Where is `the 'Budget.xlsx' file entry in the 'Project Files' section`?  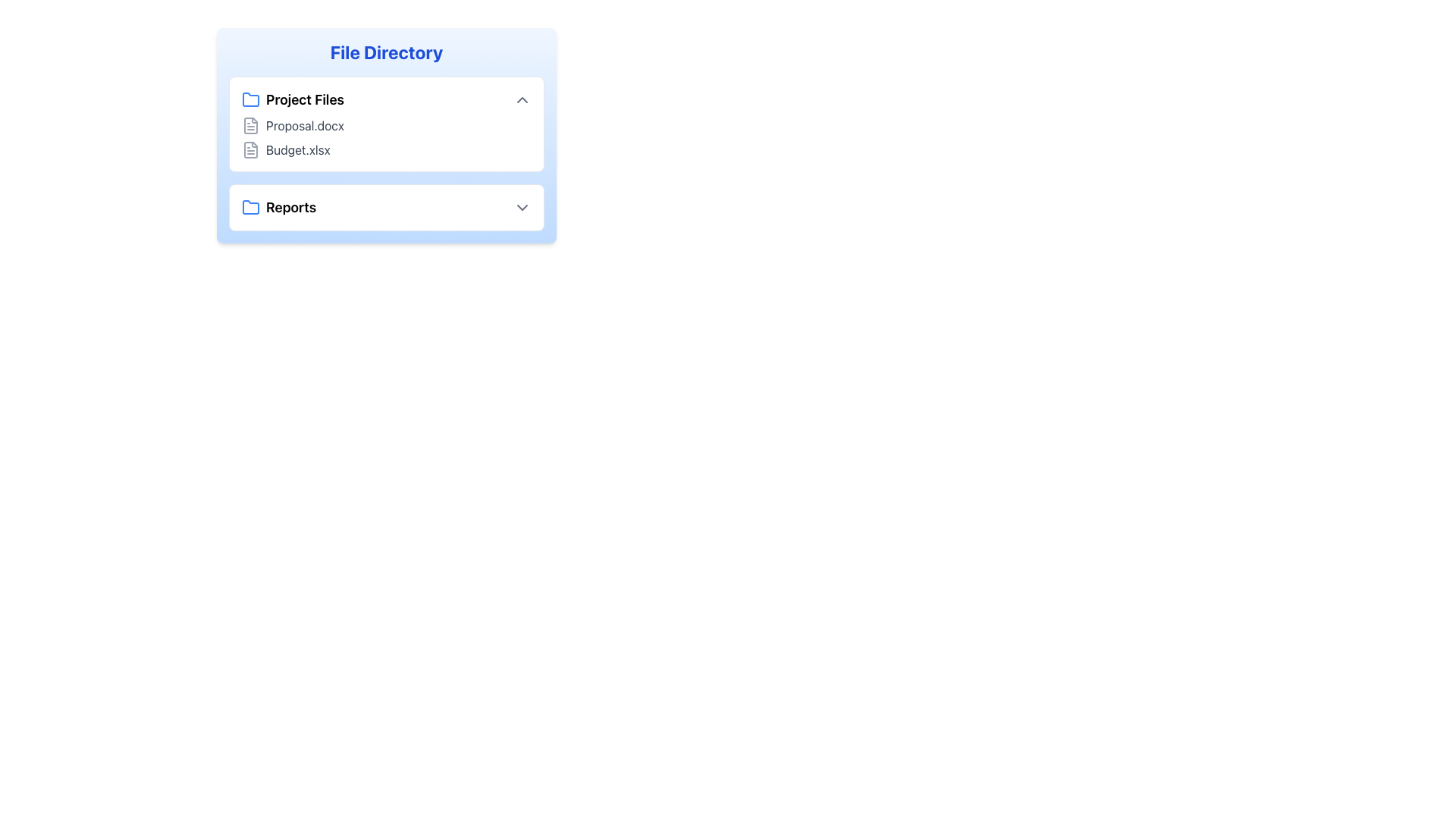
the 'Budget.xlsx' file entry in the 'Project Files' section is located at coordinates (298, 149).